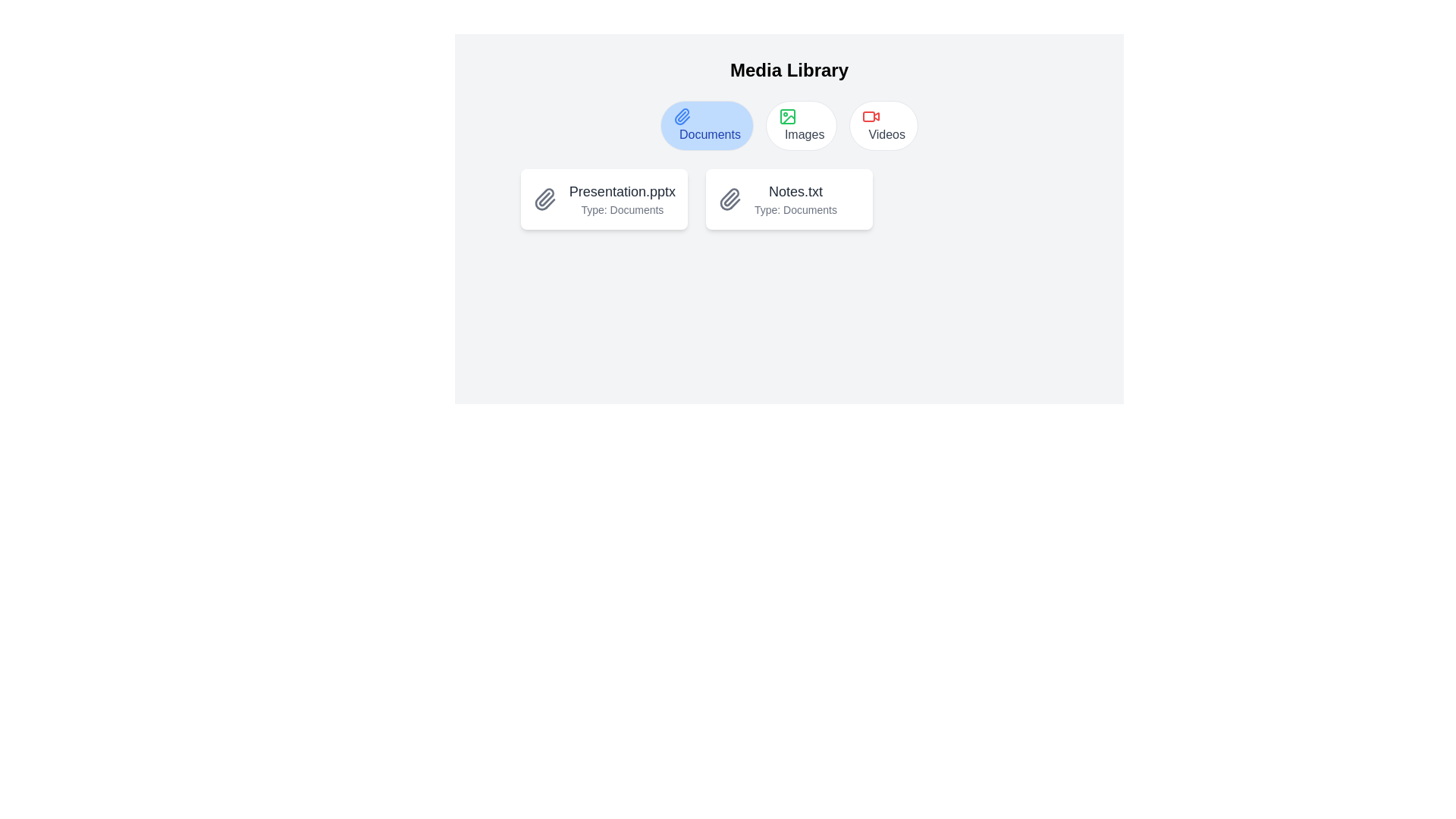 Image resolution: width=1456 pixels, height=819 pixels. I want to click on the blue paperclip icon located inside the rounded blue pill-shaped button labeled 'Documents', positioned to the left of the text, so click(681, 116).